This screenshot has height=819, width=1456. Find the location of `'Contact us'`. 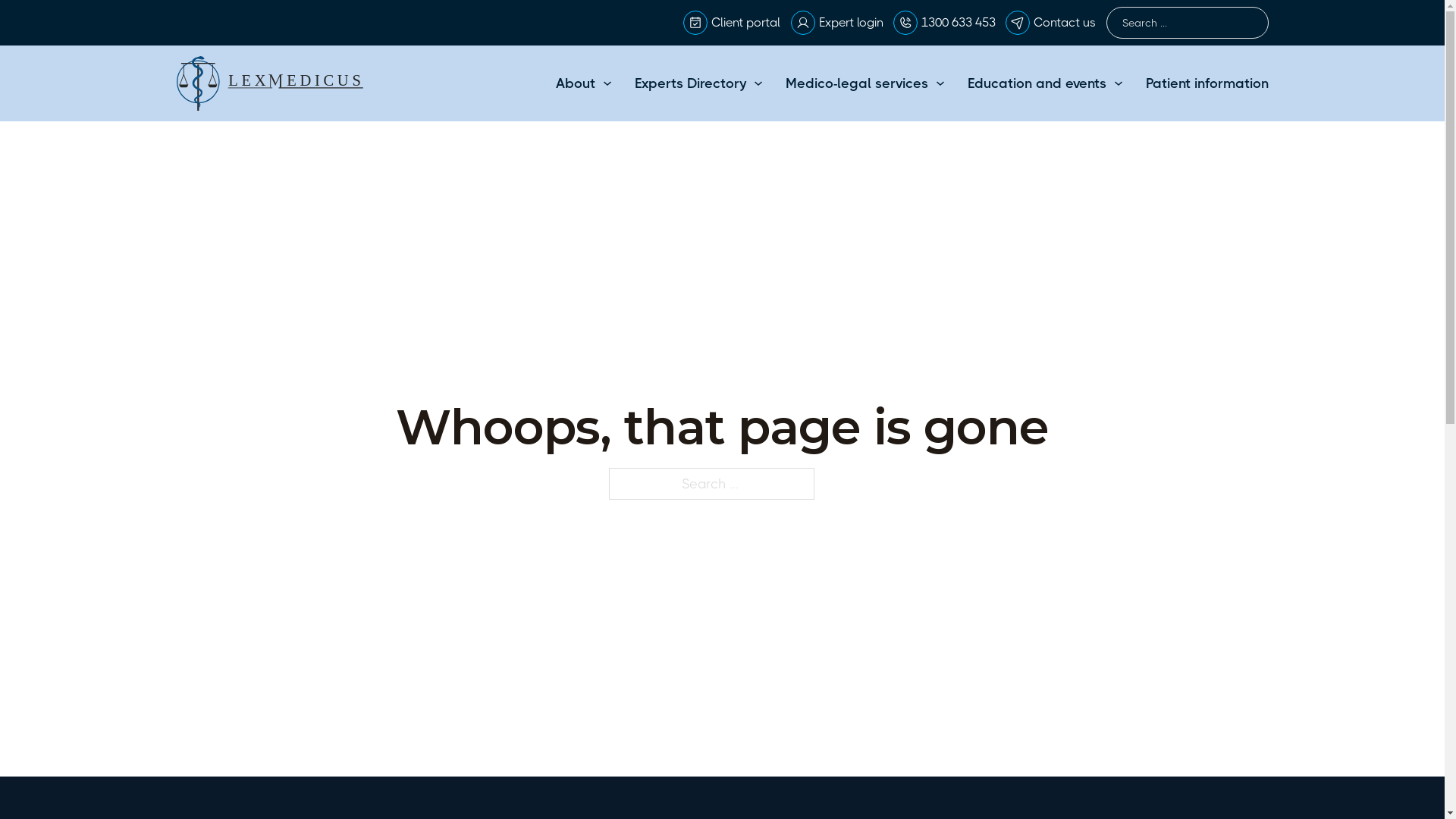

'Contact us' is located at coordinates (1033, 23).